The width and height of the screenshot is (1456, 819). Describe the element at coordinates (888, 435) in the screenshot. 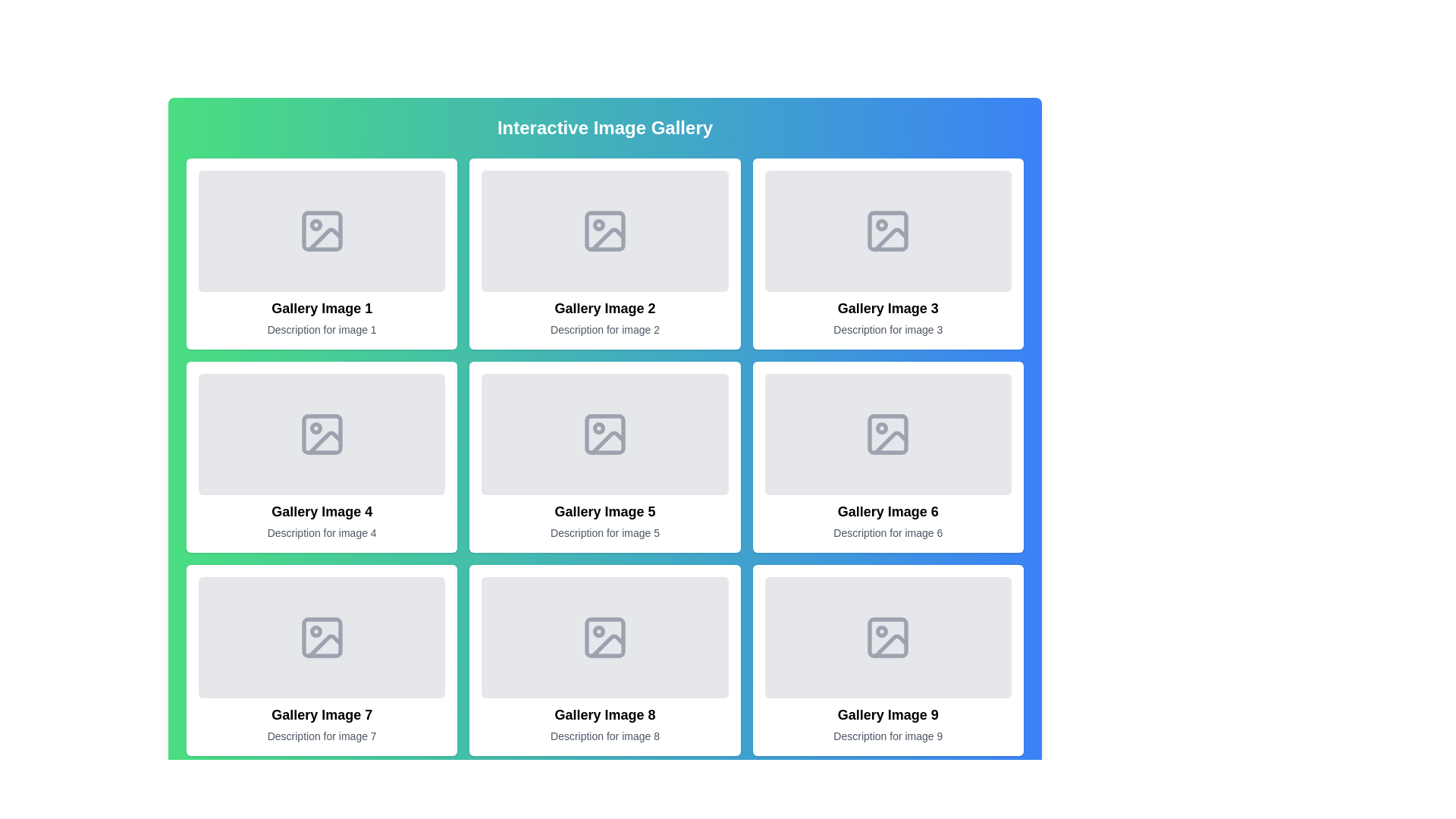

I see `the SVG Rect Element that serves as a bounding rectangle in the second row, center column of the 3x3 grid, specifically within 'Gallery Image 6'` at that location.